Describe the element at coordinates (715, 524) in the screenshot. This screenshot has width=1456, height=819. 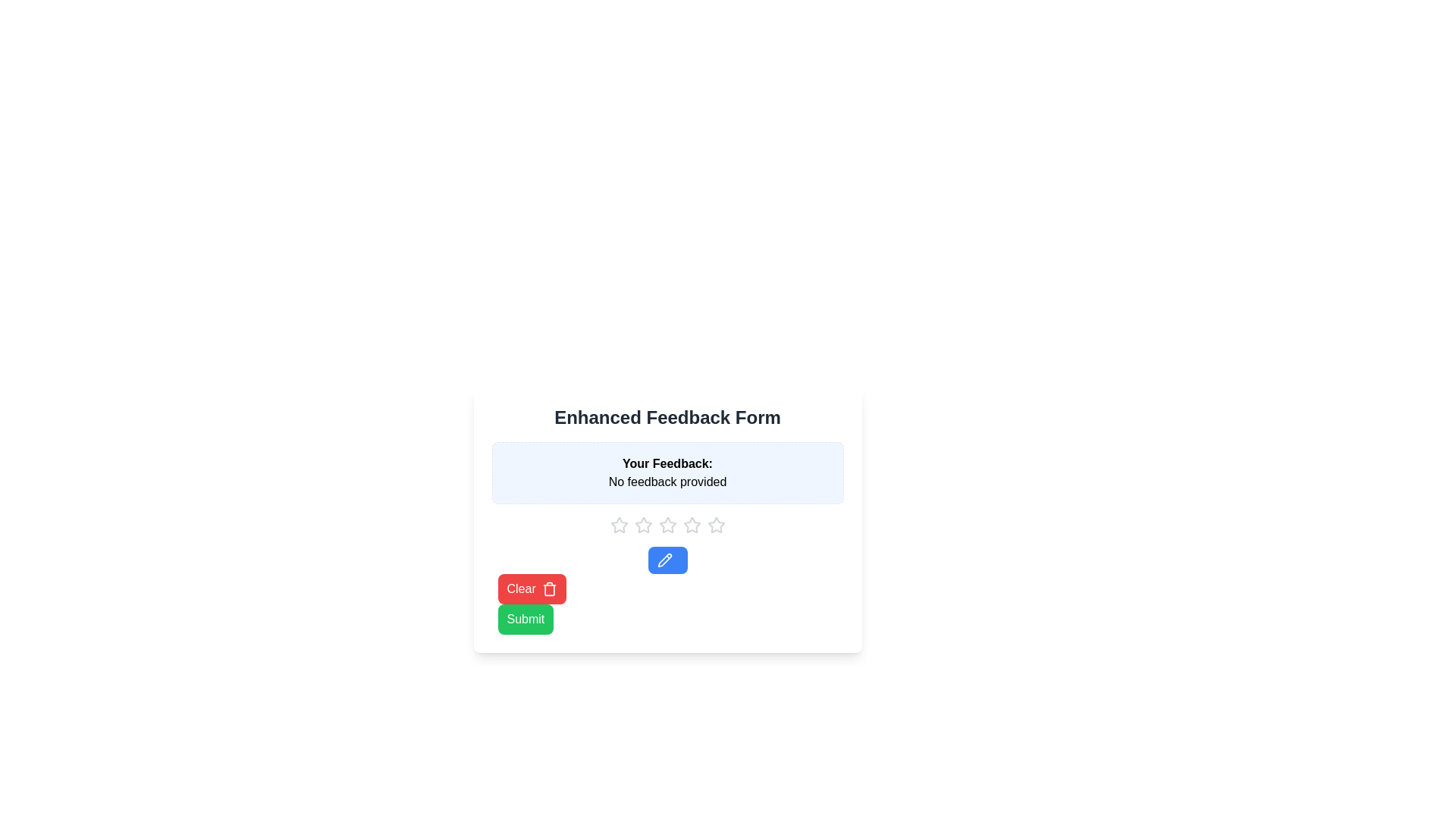
I see `the fifth and rightmost star icon in the rating system to indicate the highest rating` at that location.